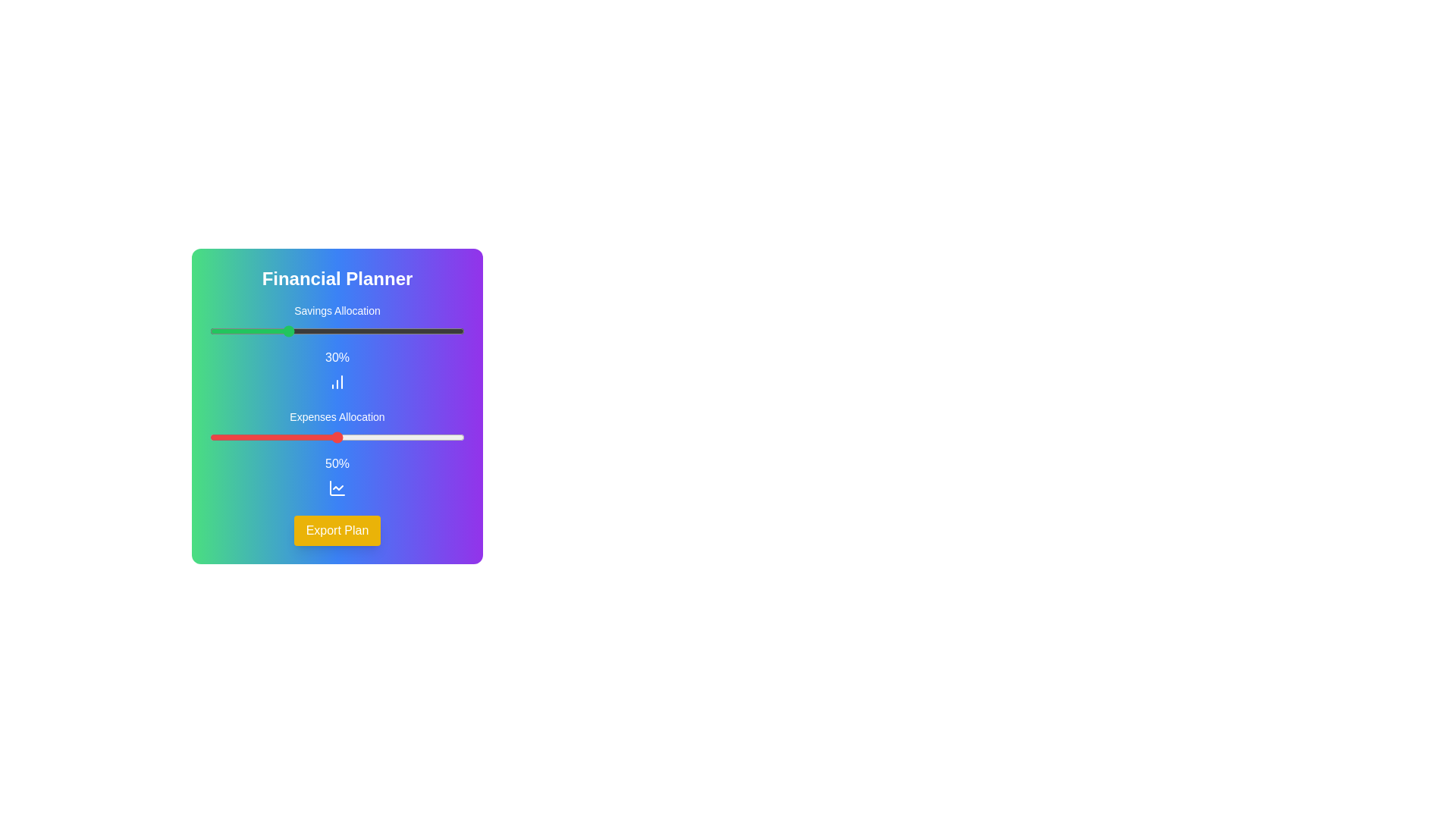 The width and height of the screenshot is (1456, 819). I want to click on the savings allocation slider, so click(250, 330).